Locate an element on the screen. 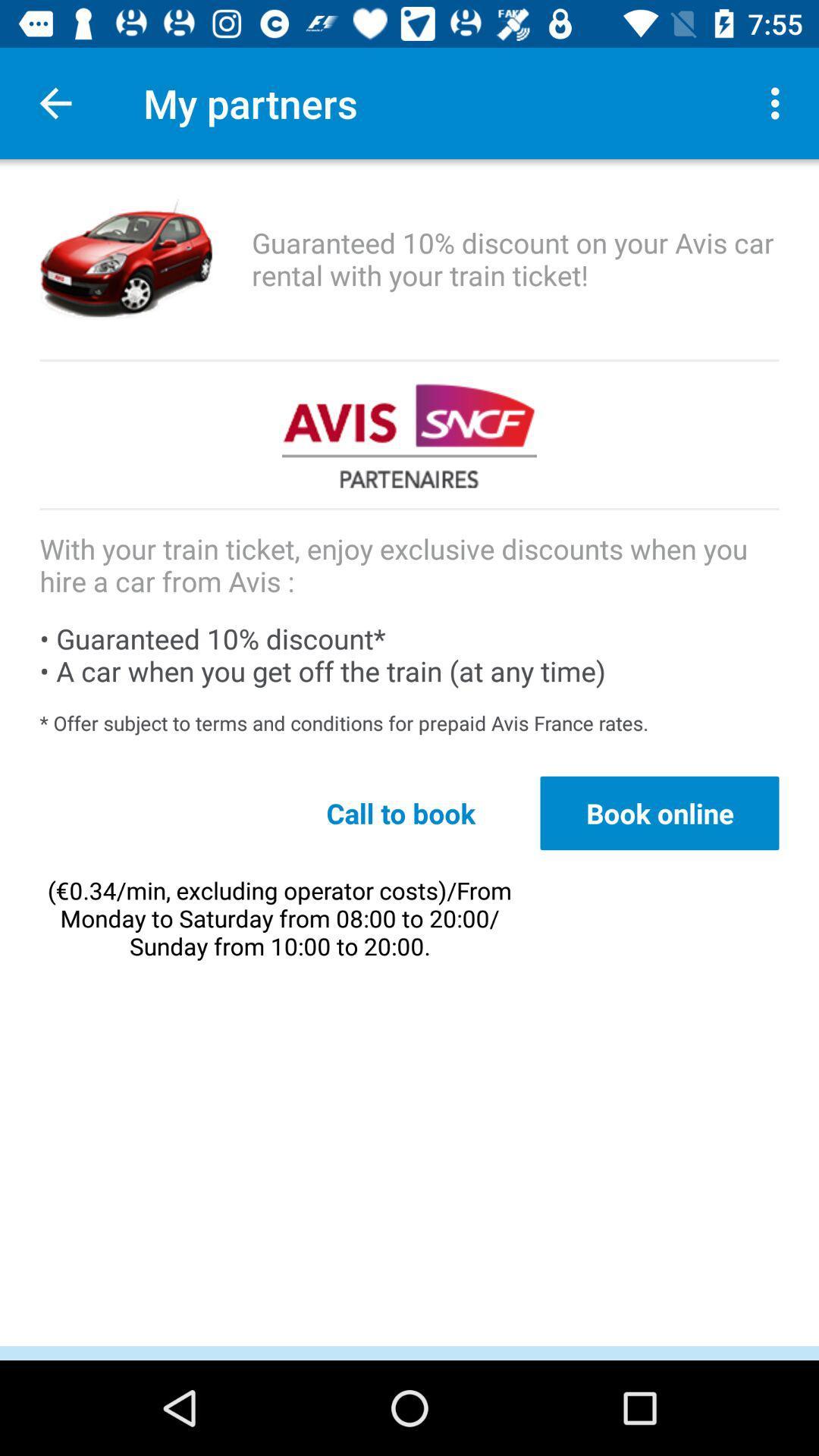 This screenshot has height=1456, width=819. item to the left of the book online is located at coordinates (400, 812).